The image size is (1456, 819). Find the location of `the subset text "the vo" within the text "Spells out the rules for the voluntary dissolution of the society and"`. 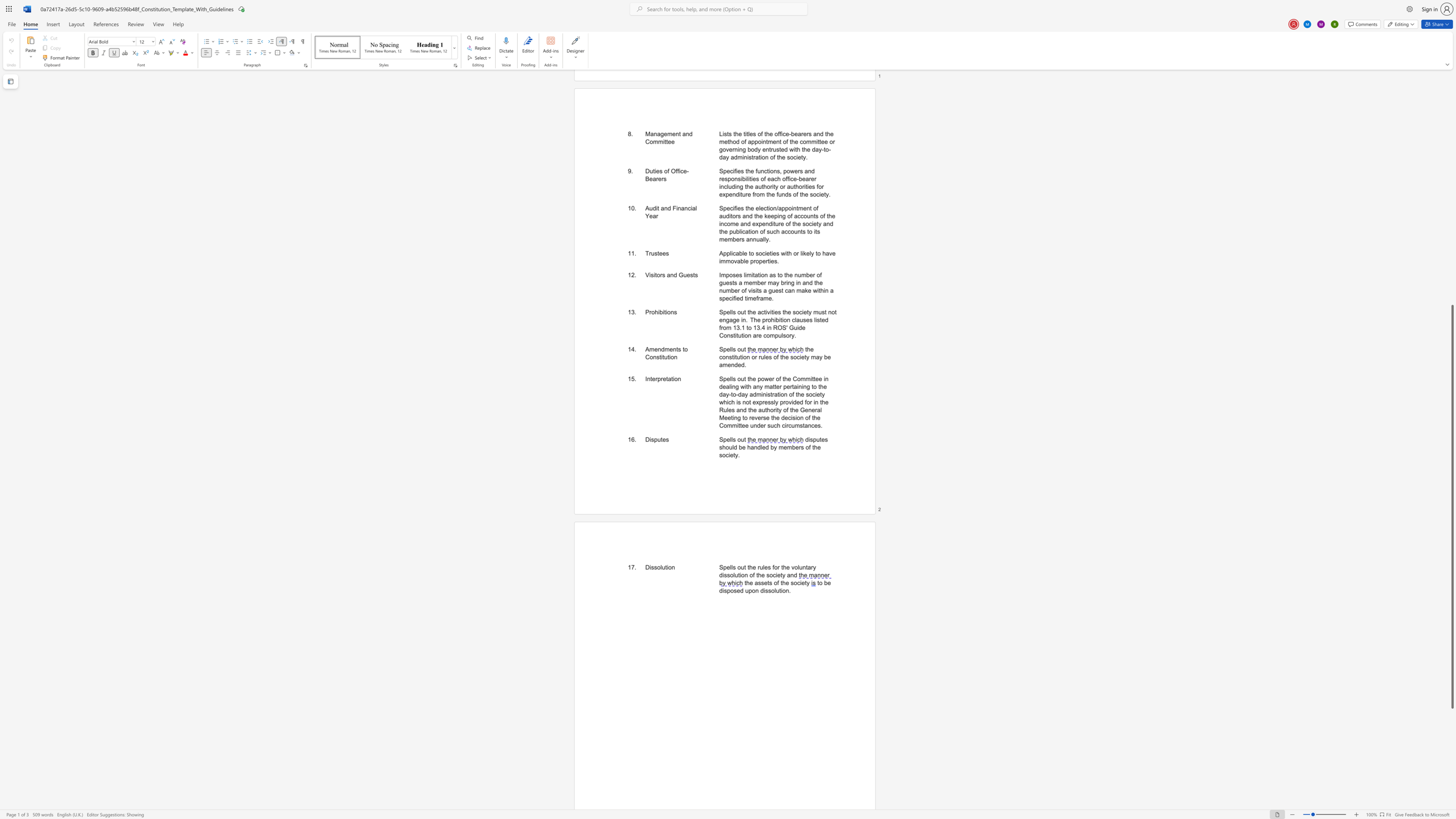

the subset text "the vo" within the text "Spells out the rules for the voluntary dissolution of the society and" is located at coordinates (781, 566).